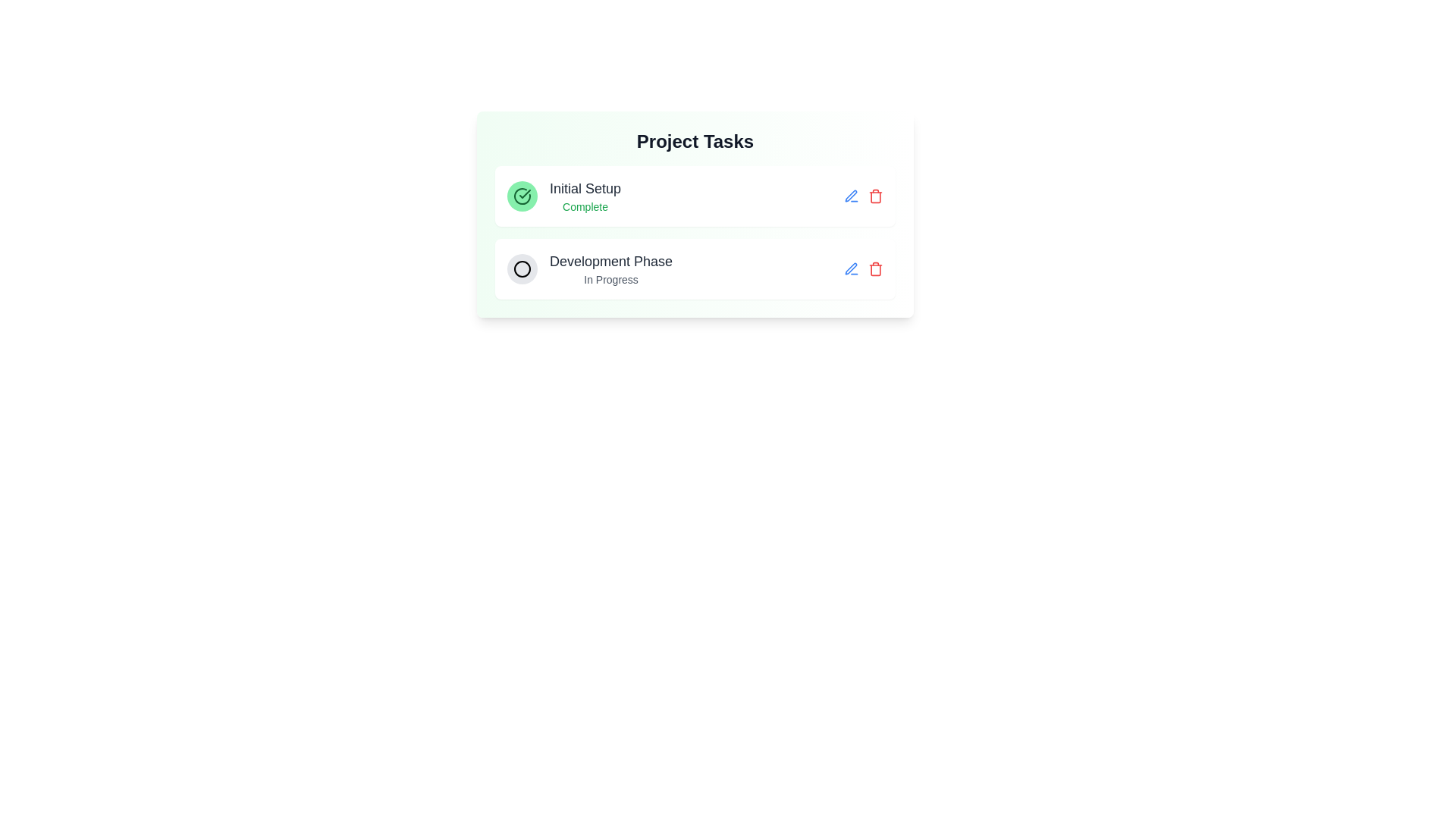 This screenshot has width=1456, height=819. What do you see at coordinates (522, 268) in the screenshot?
I see `the circle element within the SVG that represents the status or category of the respective task, located in the second row's icon section of the task list` at bounding box center [522, 268].